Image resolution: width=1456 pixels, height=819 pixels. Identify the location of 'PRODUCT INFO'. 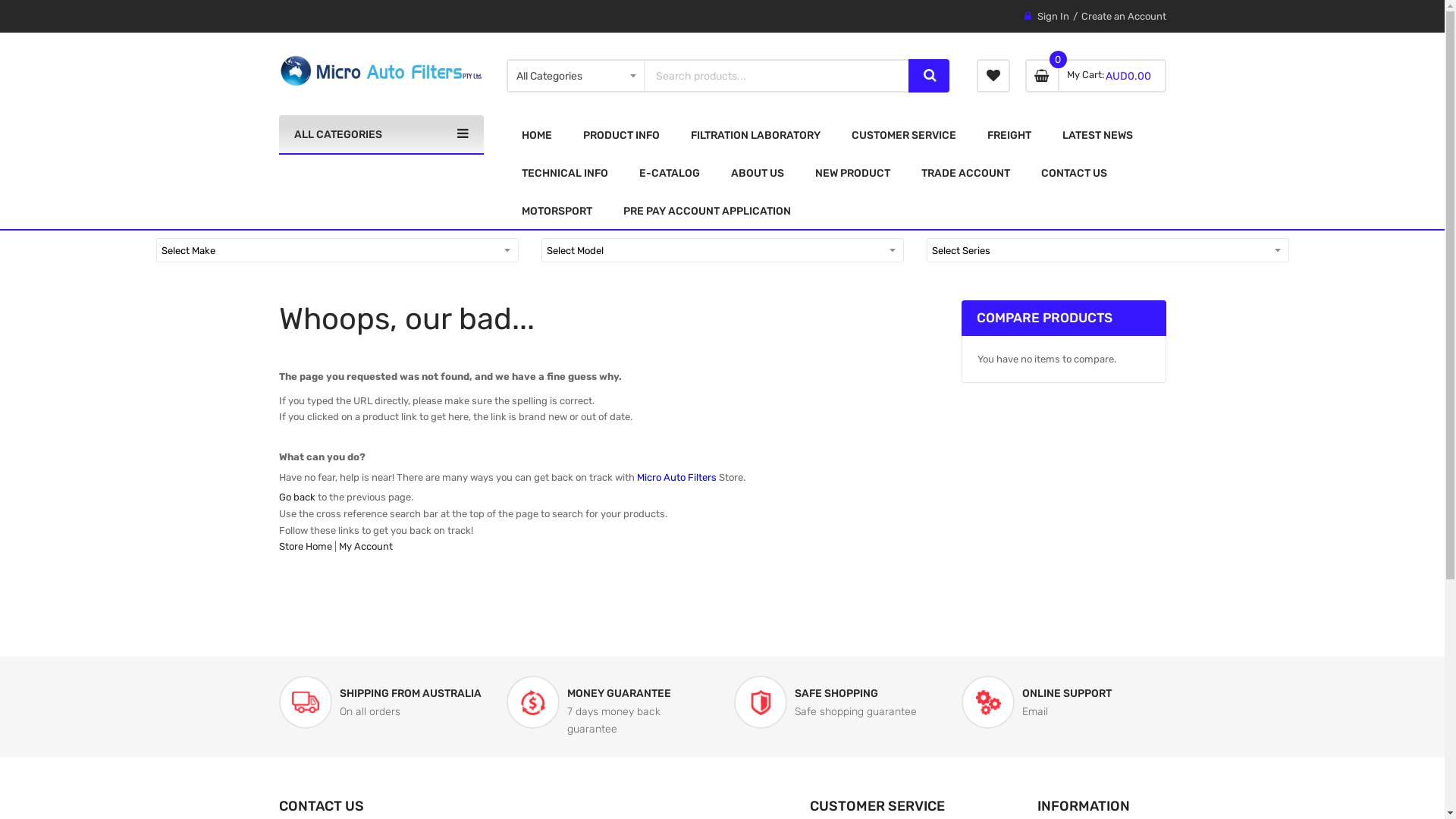
(620, 133).